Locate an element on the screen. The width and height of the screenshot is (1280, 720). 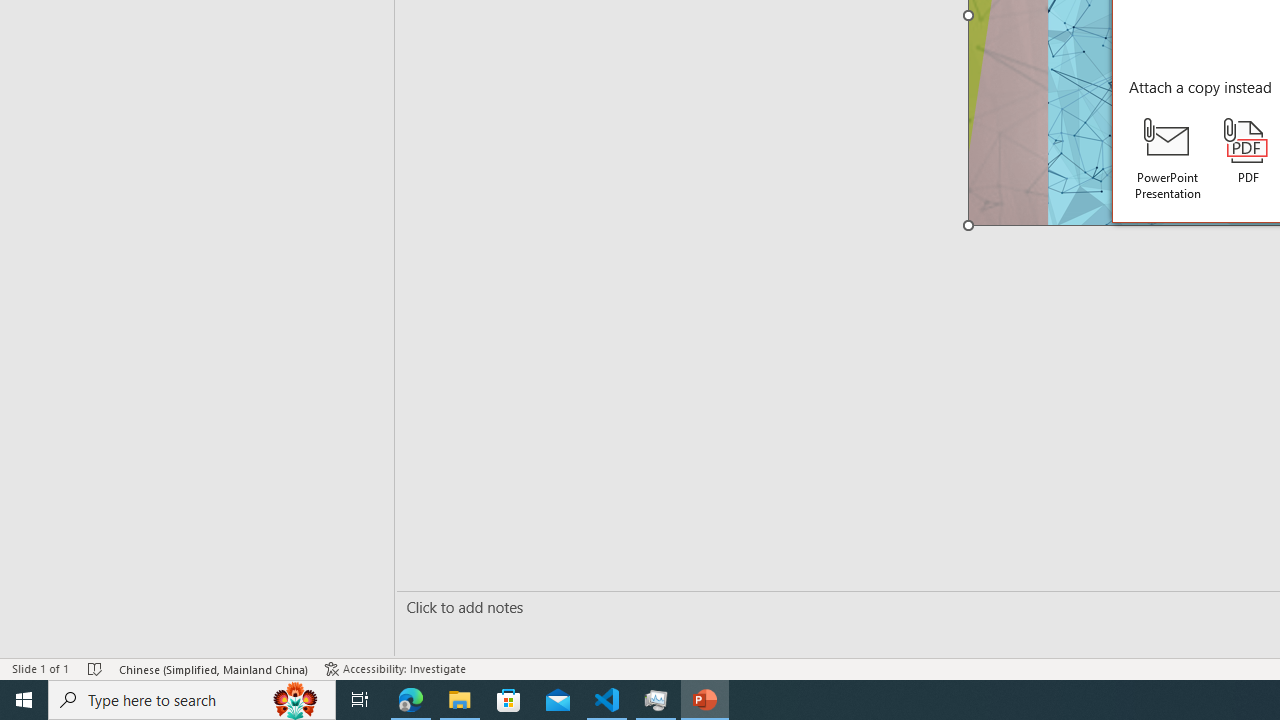
'PowerPoint - 1 running window' is located at coordinates (705, 698).